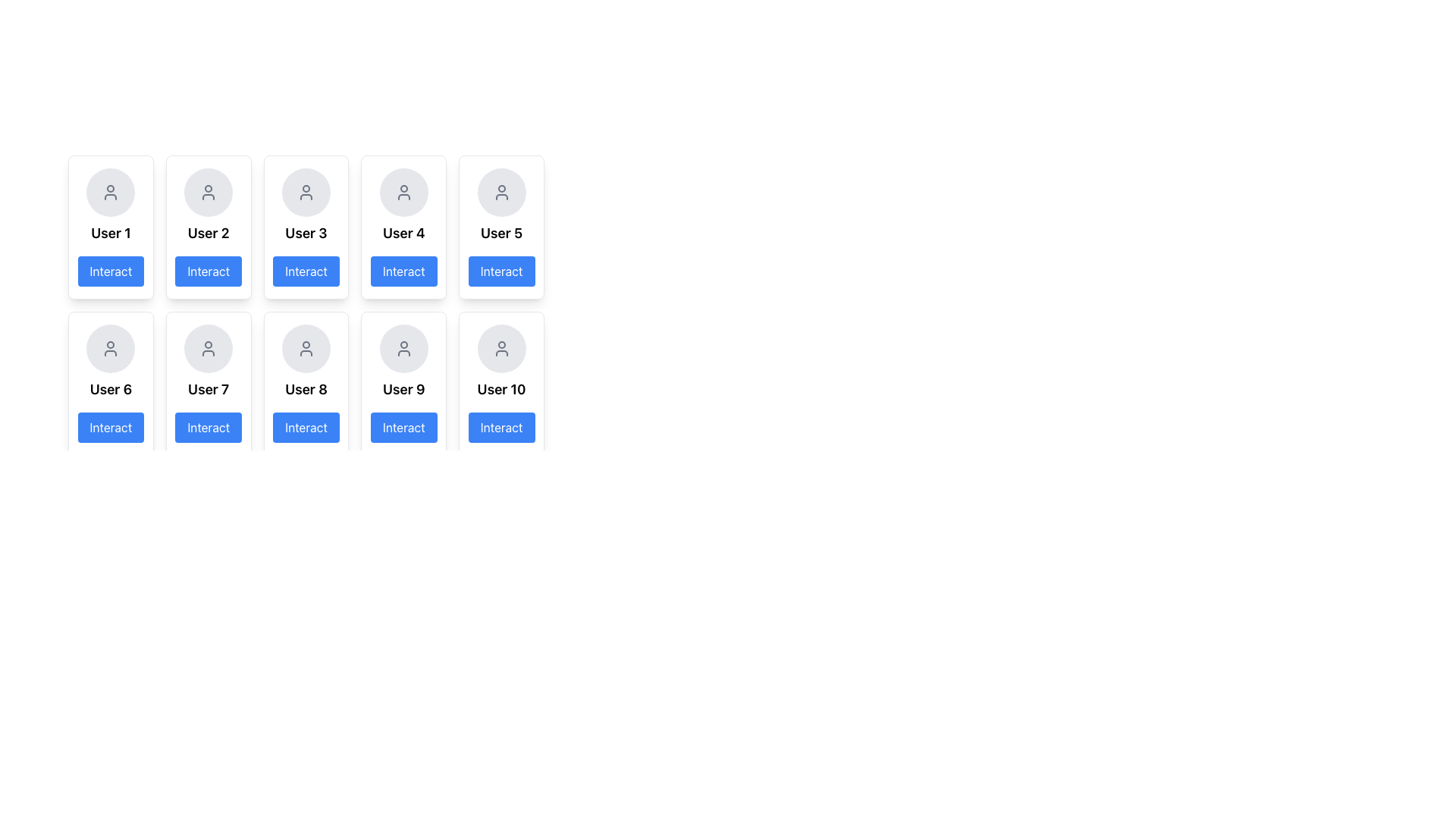  What do you see at coordinates (403, 348) in the screenshot?
I see `the user profile icon representing 'User 9' in the user card grid layout` at bounding box center [403, 348].